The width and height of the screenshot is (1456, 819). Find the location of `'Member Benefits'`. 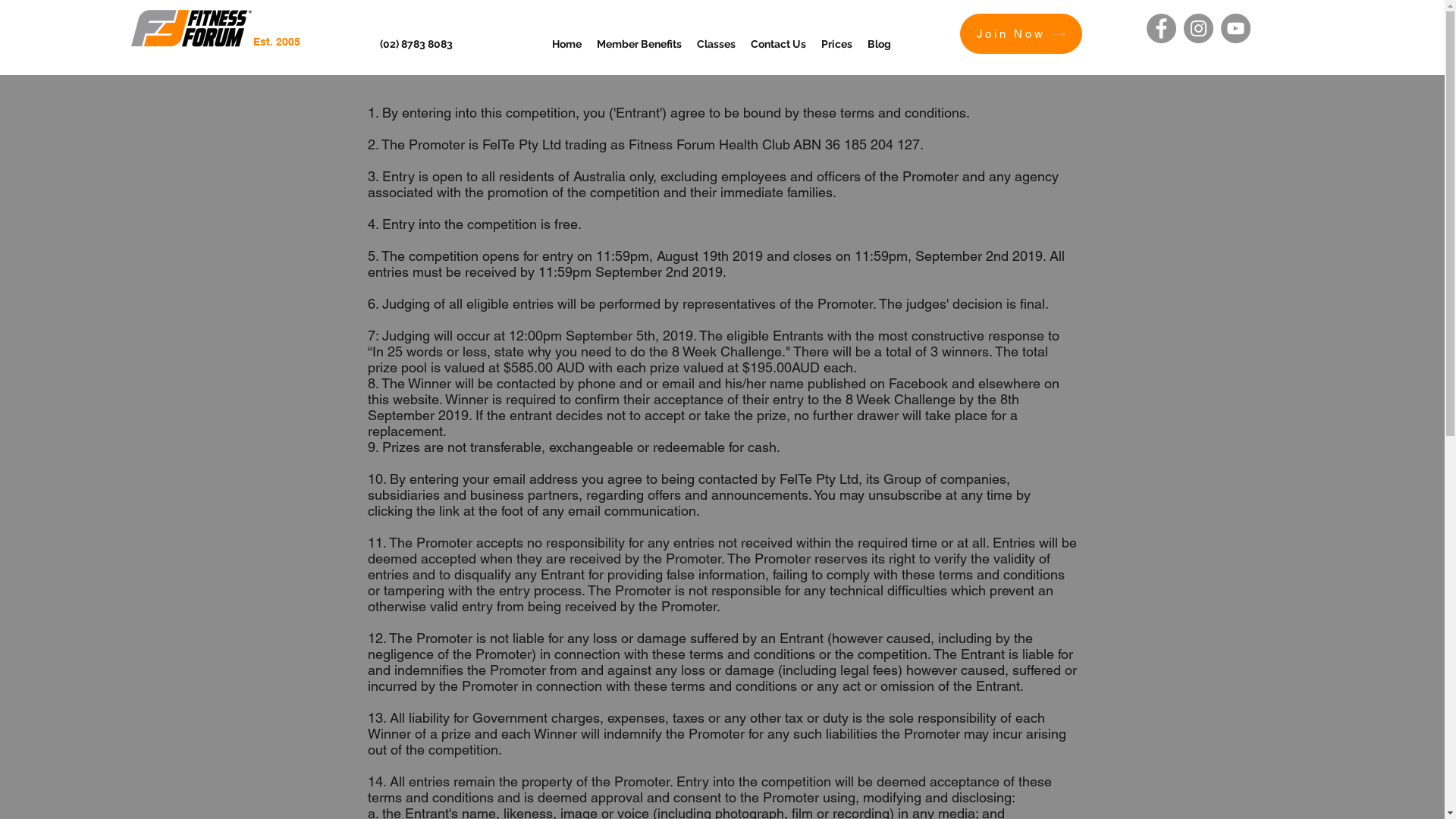

'Member Benefits' is located at coordinates (639, 42).